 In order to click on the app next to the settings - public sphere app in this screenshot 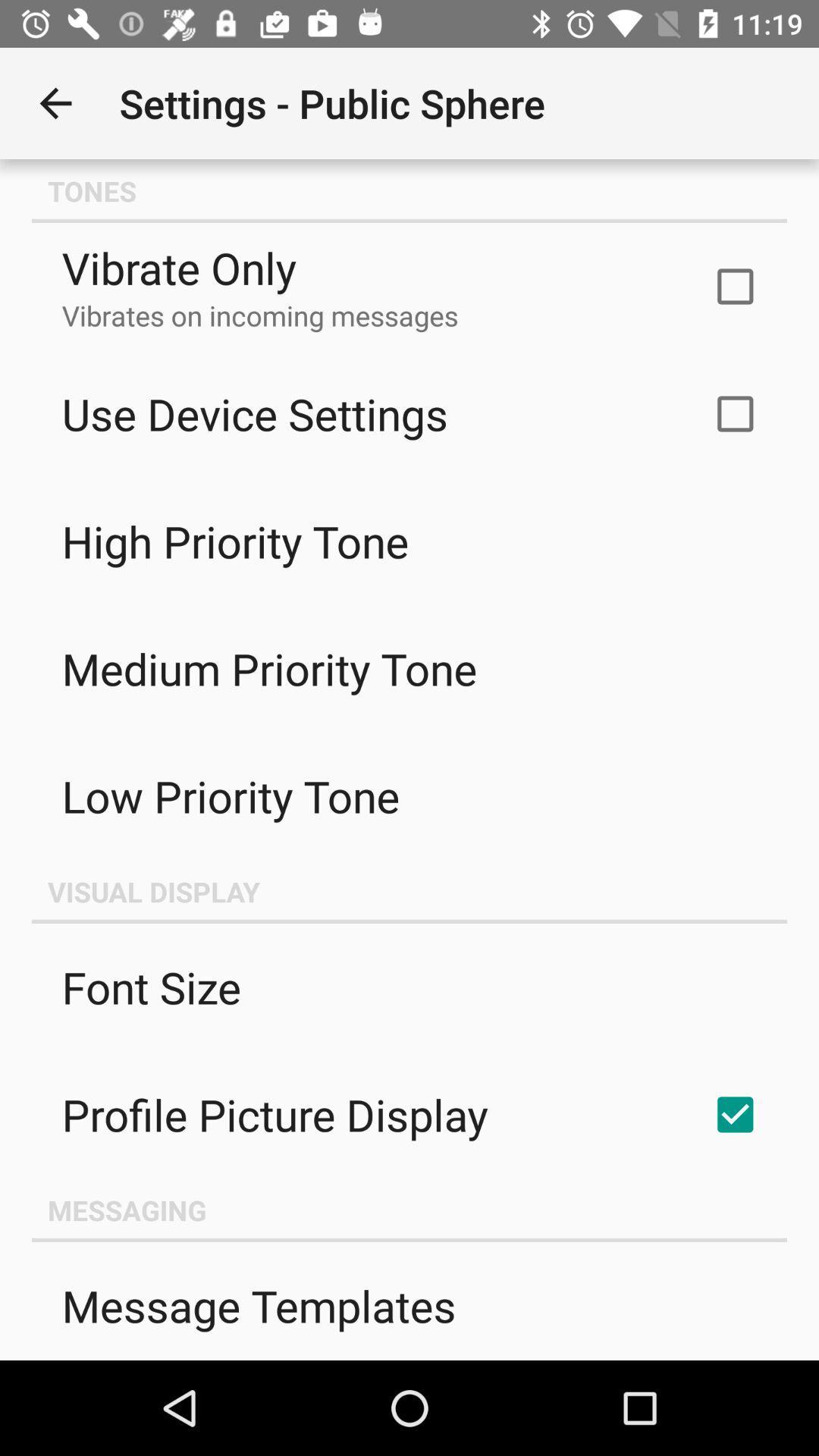, I will do `click(55, 102)`.